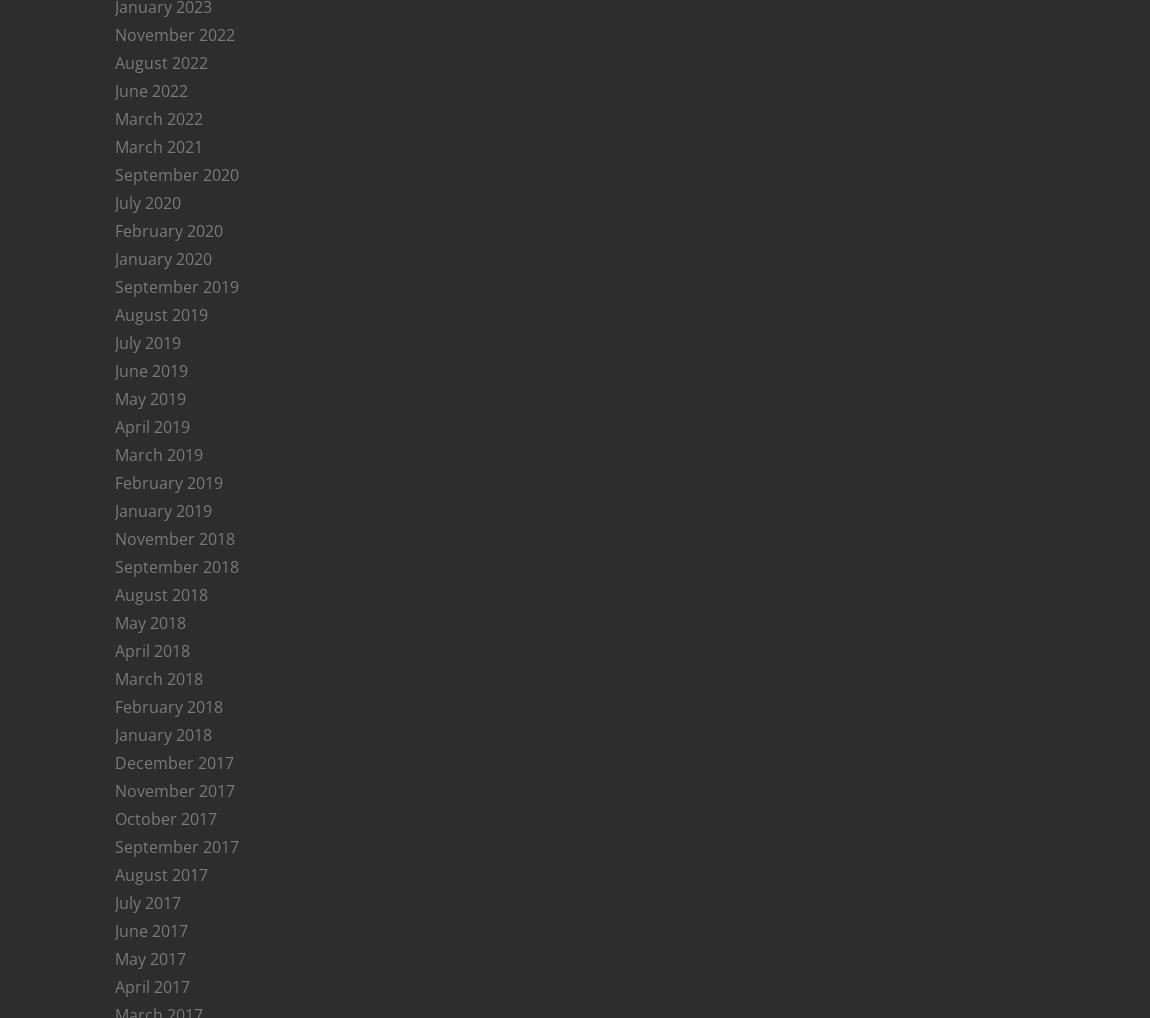 The height and width of the screenshot is (1018, 1150). I want to click on 'Archives', so click(164, 851).